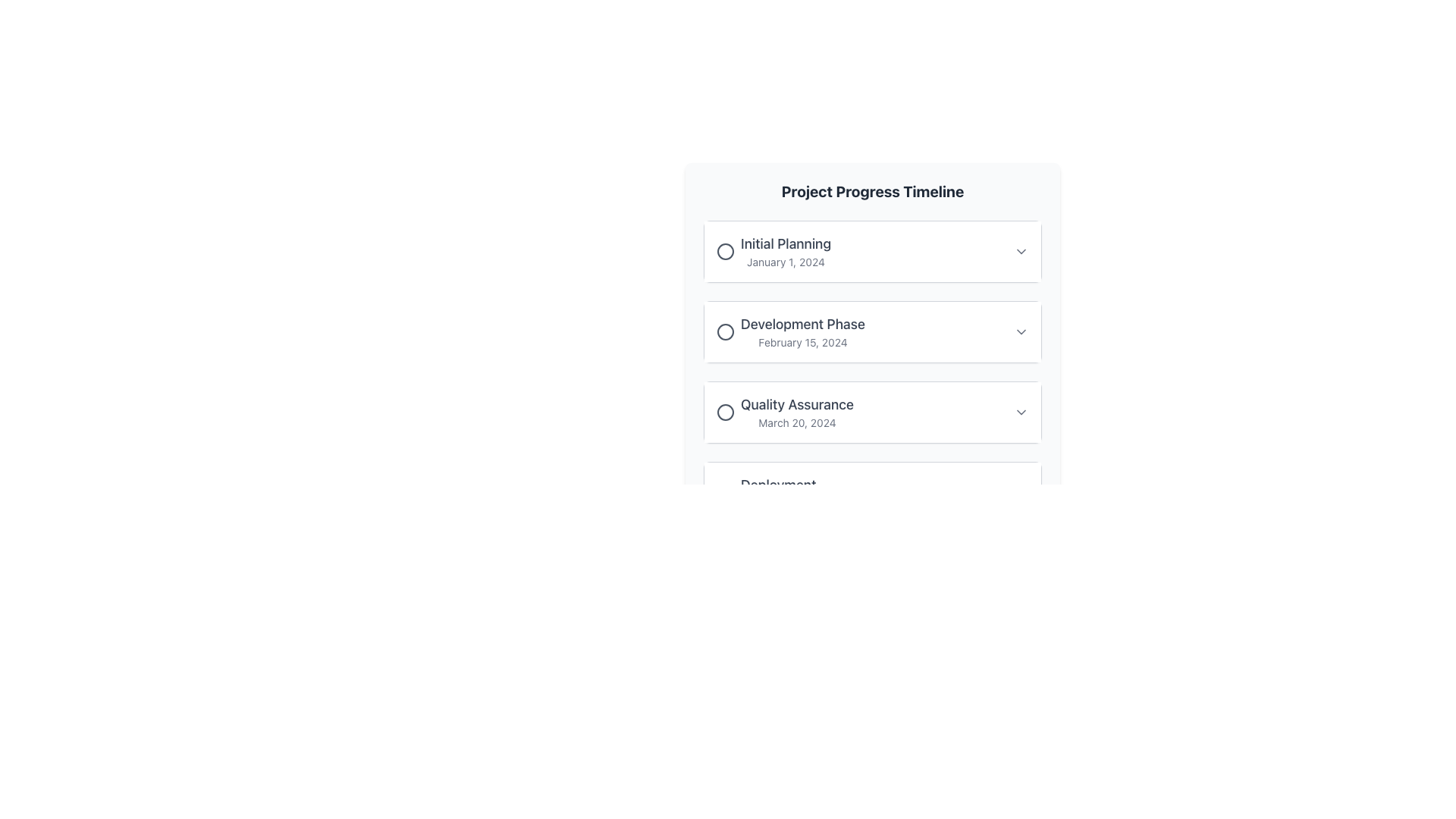  What do you see at coordinates (796, 423) in the screenshot?
I see `date displayed in the Text Label located in the third item of the timeline list under 'Quality Assurance.'` at bounding box center [796, 423].